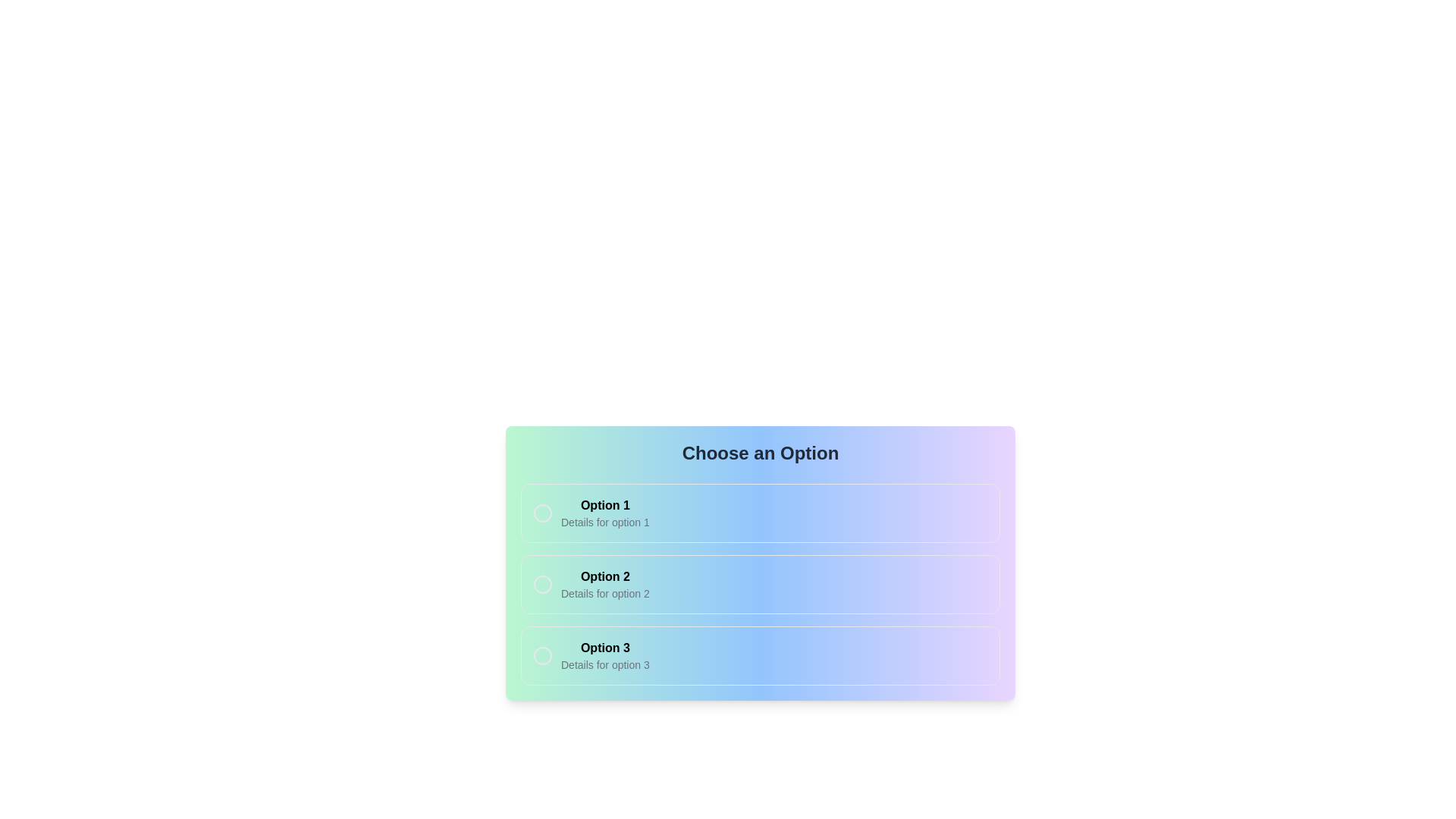 Image resolution: width=1456 pixels, height=819 pixels. What do you see at coordinates (604, 648) in the screenshot?
I see `the text label that identifies the third selectable option in the vertical list of options` at bounding box center [604, 648].